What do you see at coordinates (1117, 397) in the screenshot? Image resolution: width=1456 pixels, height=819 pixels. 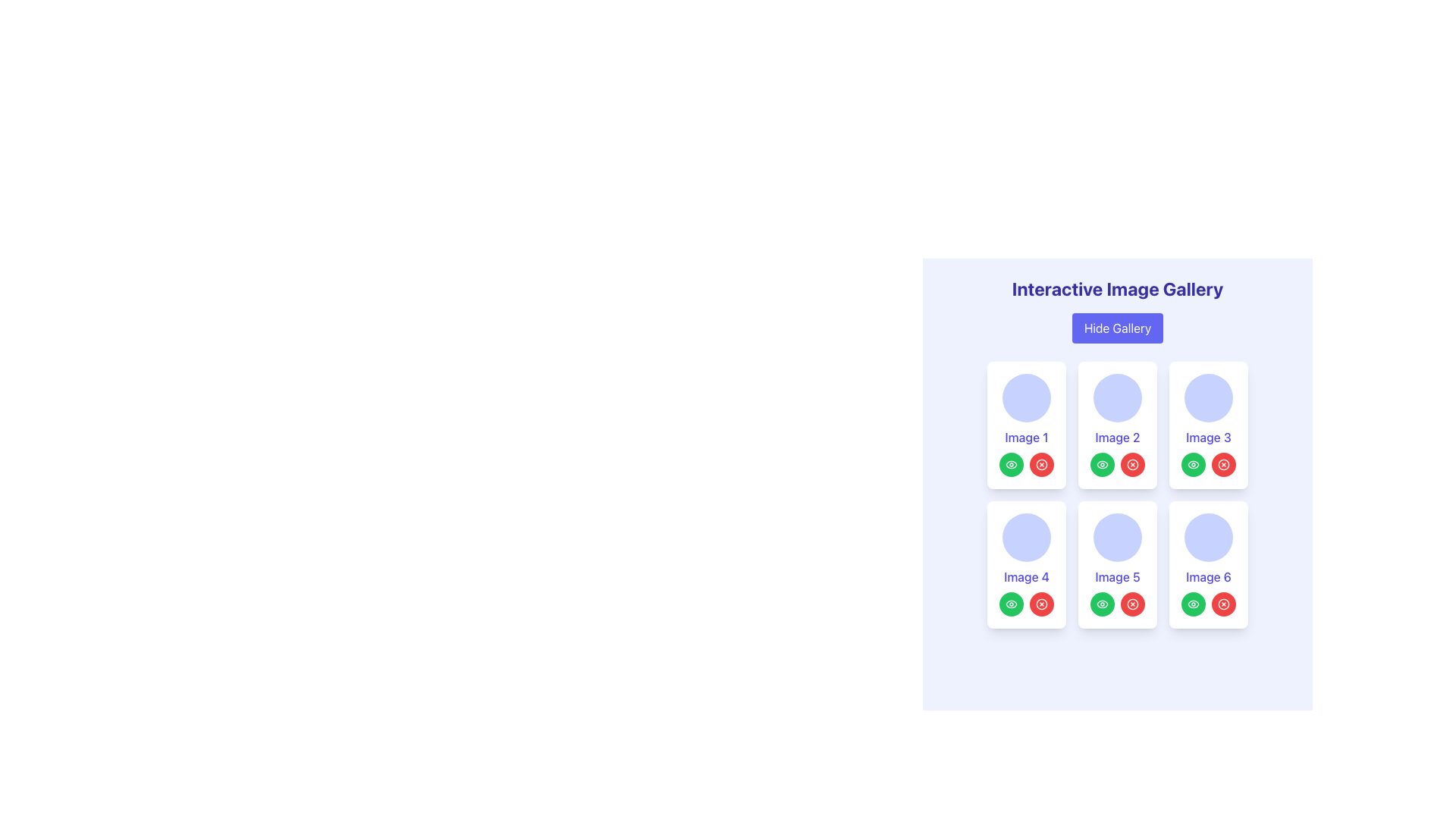 I see `the decorative circular component with a light indigo background, located in the second card labeled 'Image 2' in the grid layout` at bounding box center [1117, 397].